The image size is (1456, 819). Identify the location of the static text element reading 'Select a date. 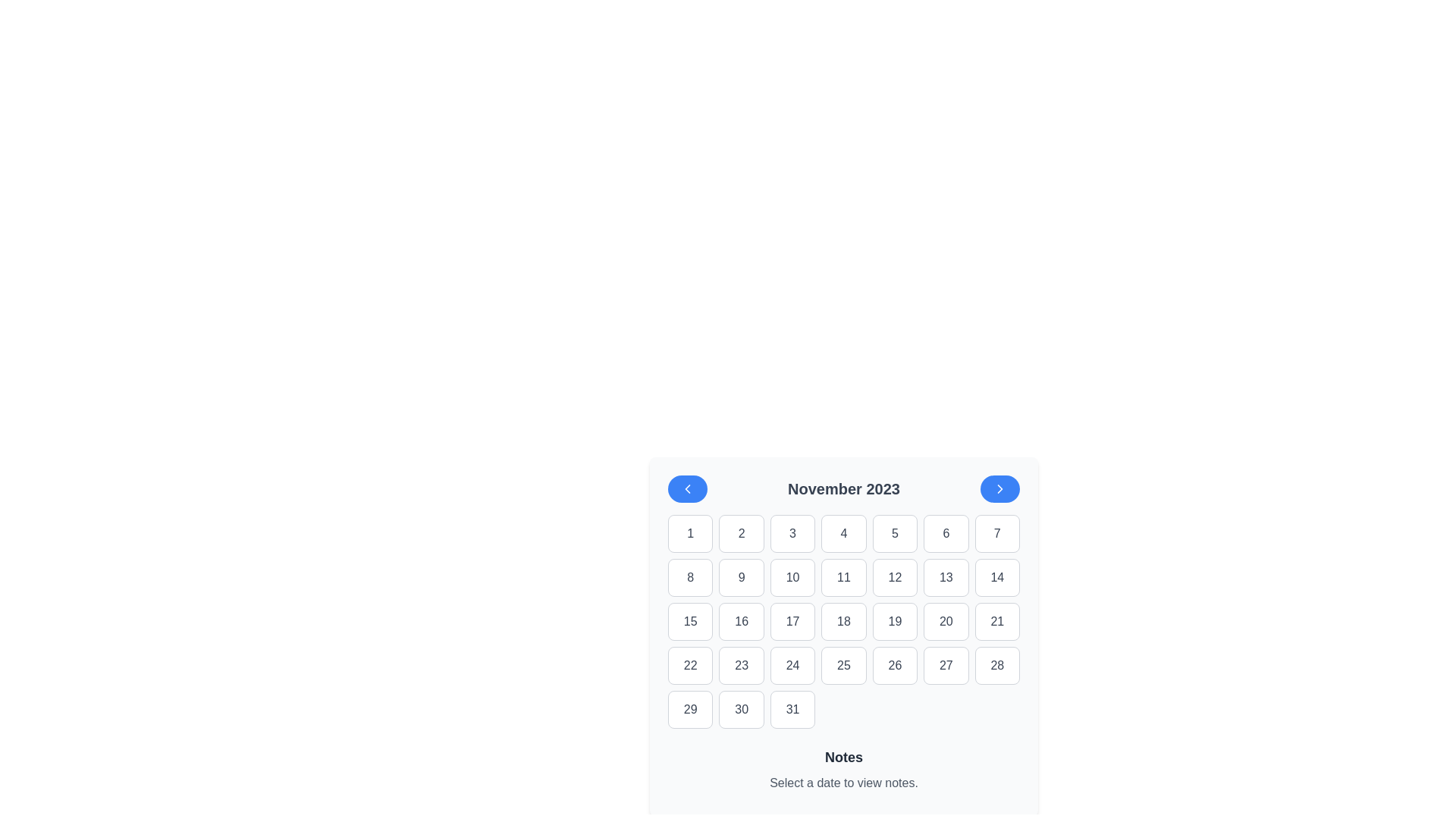
(843, 783).